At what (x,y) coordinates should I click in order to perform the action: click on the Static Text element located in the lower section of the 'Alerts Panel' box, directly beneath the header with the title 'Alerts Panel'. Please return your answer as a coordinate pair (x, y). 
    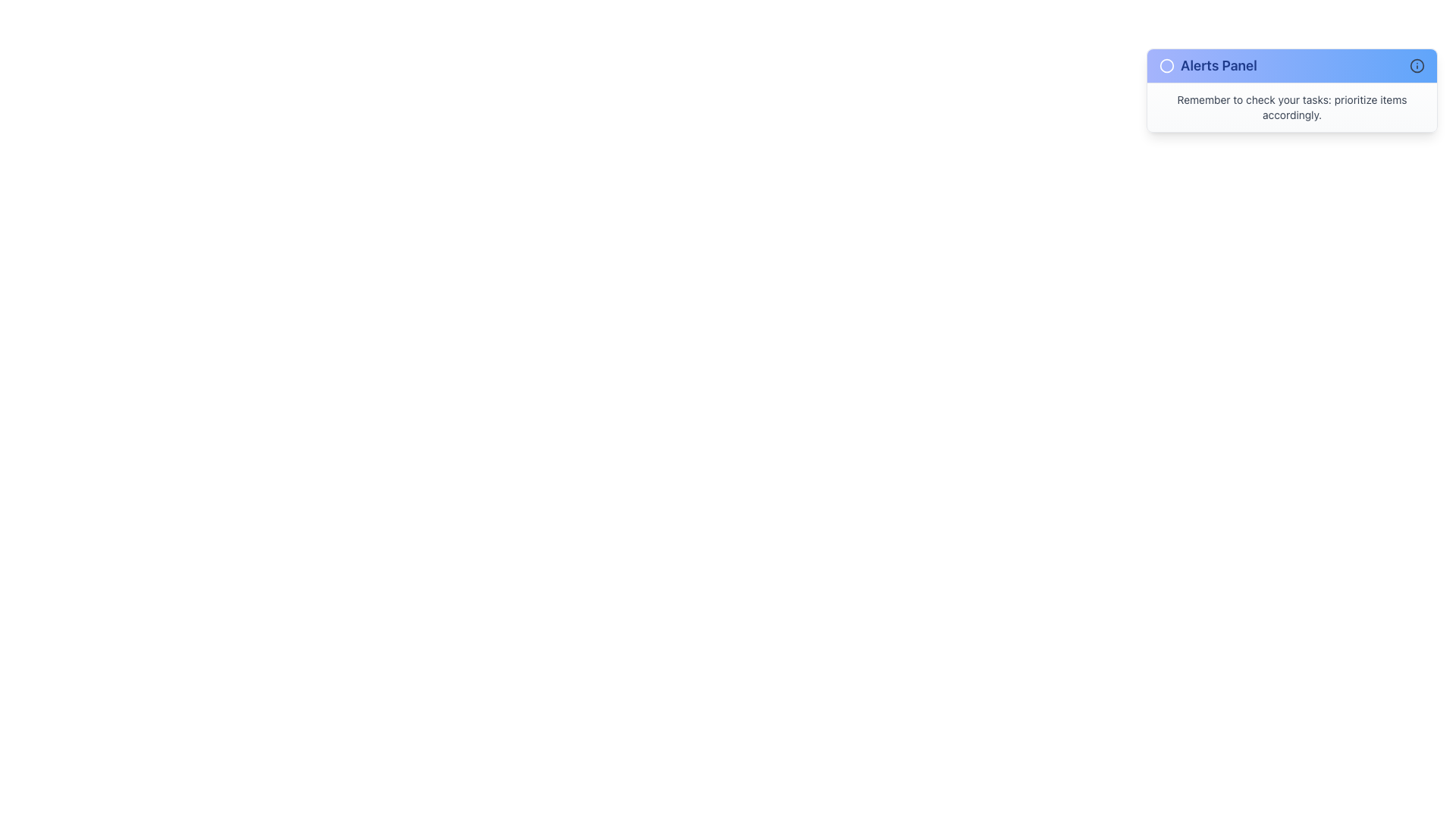
    Looking at the image, I should click on (1291, 107).